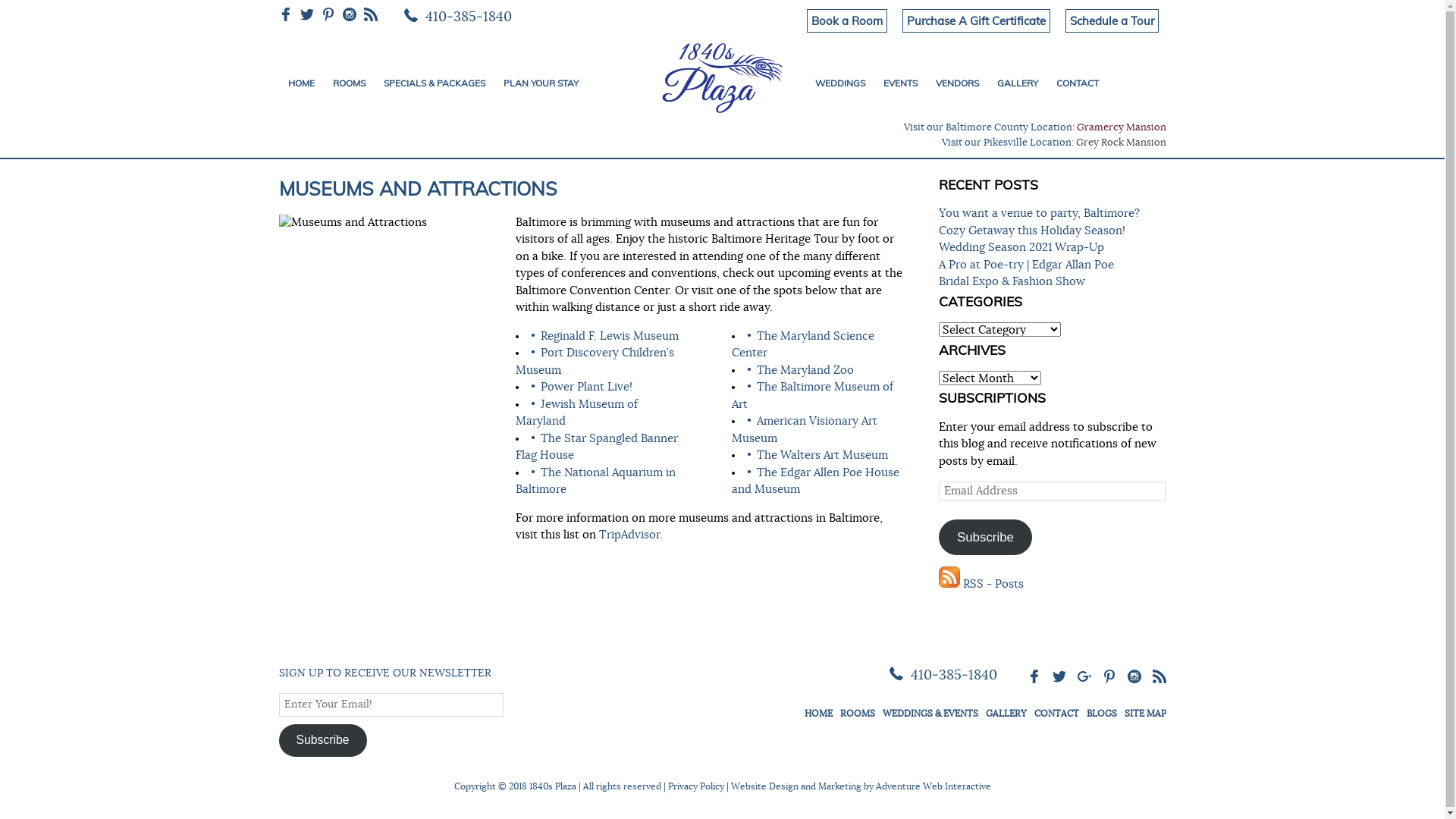 The width and height of the screenshot is (1456, 819). What do you see at coordinates (322, 739) in the screenshot?
I see `'Subscribe'` at bounding box center [322, 739].